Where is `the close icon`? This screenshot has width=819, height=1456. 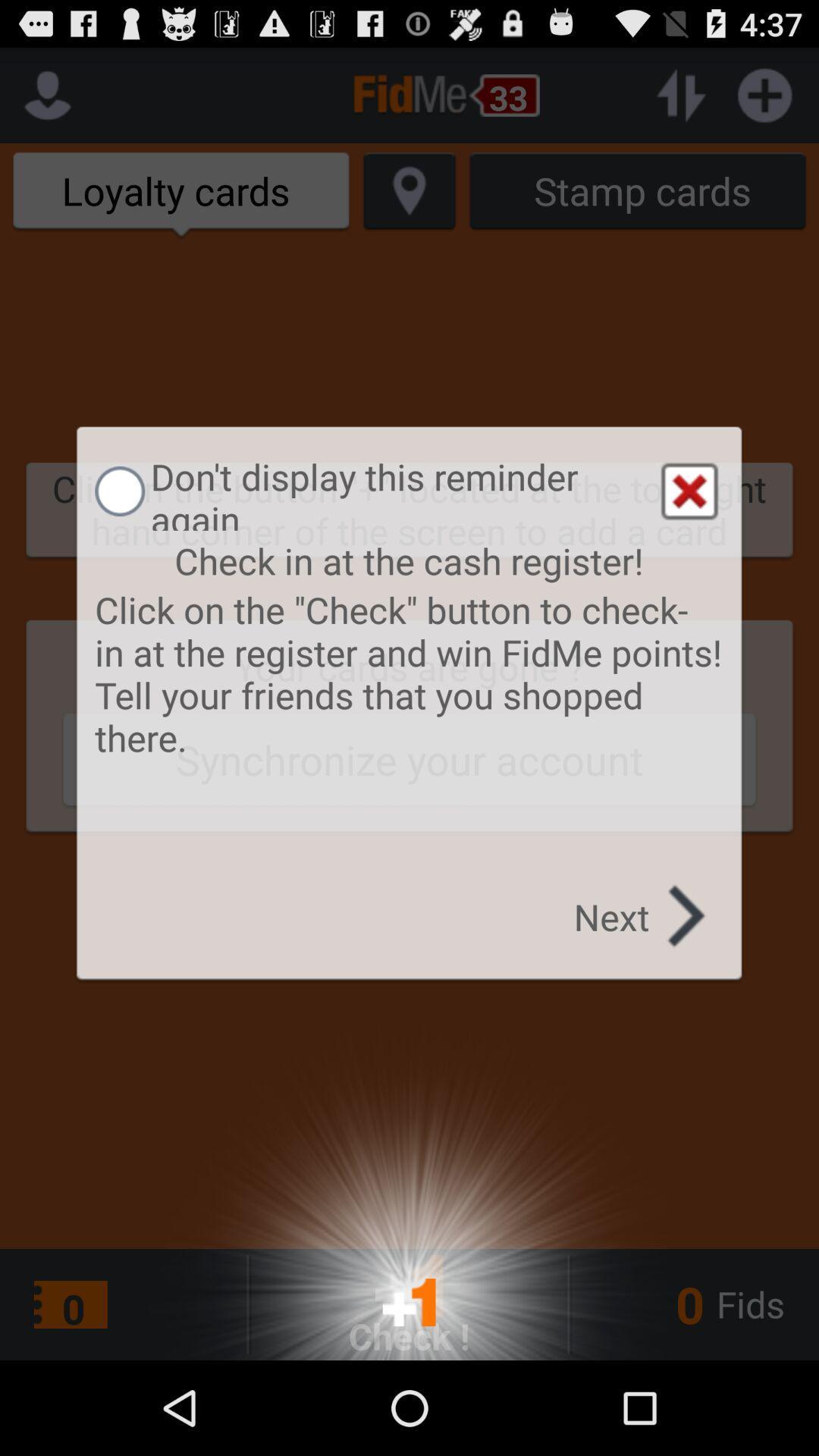
the close icon is located at coordinates (689, 526).